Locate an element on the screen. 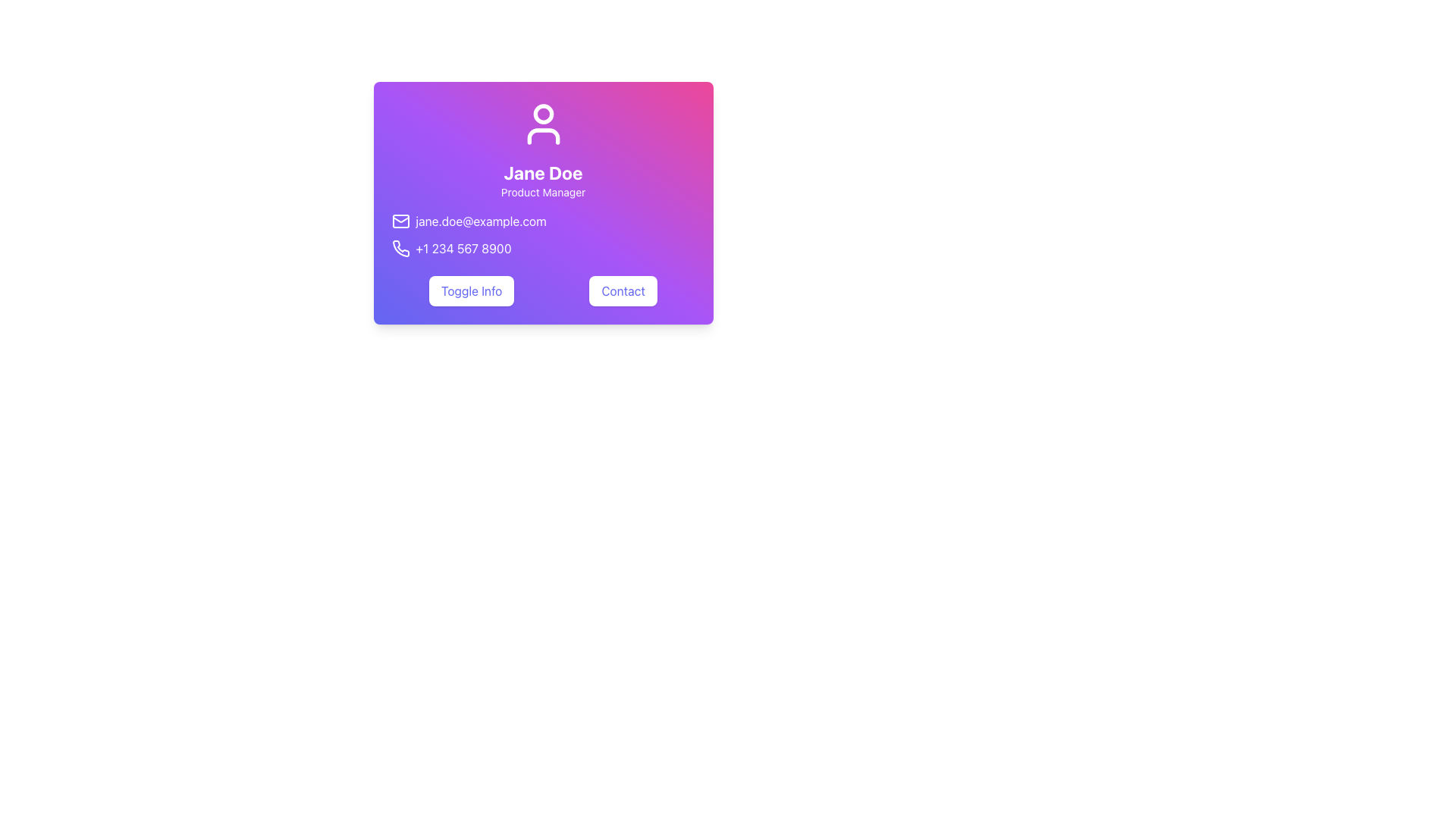 Image resolution: width=1456 pixels, height=819 pixels. the thin, slanted line forming the top edge of the envelope's flap within the email envelope icon, which is positioned above the email address label 'jane.doe@example.com' is located at coordinates (400, 219).